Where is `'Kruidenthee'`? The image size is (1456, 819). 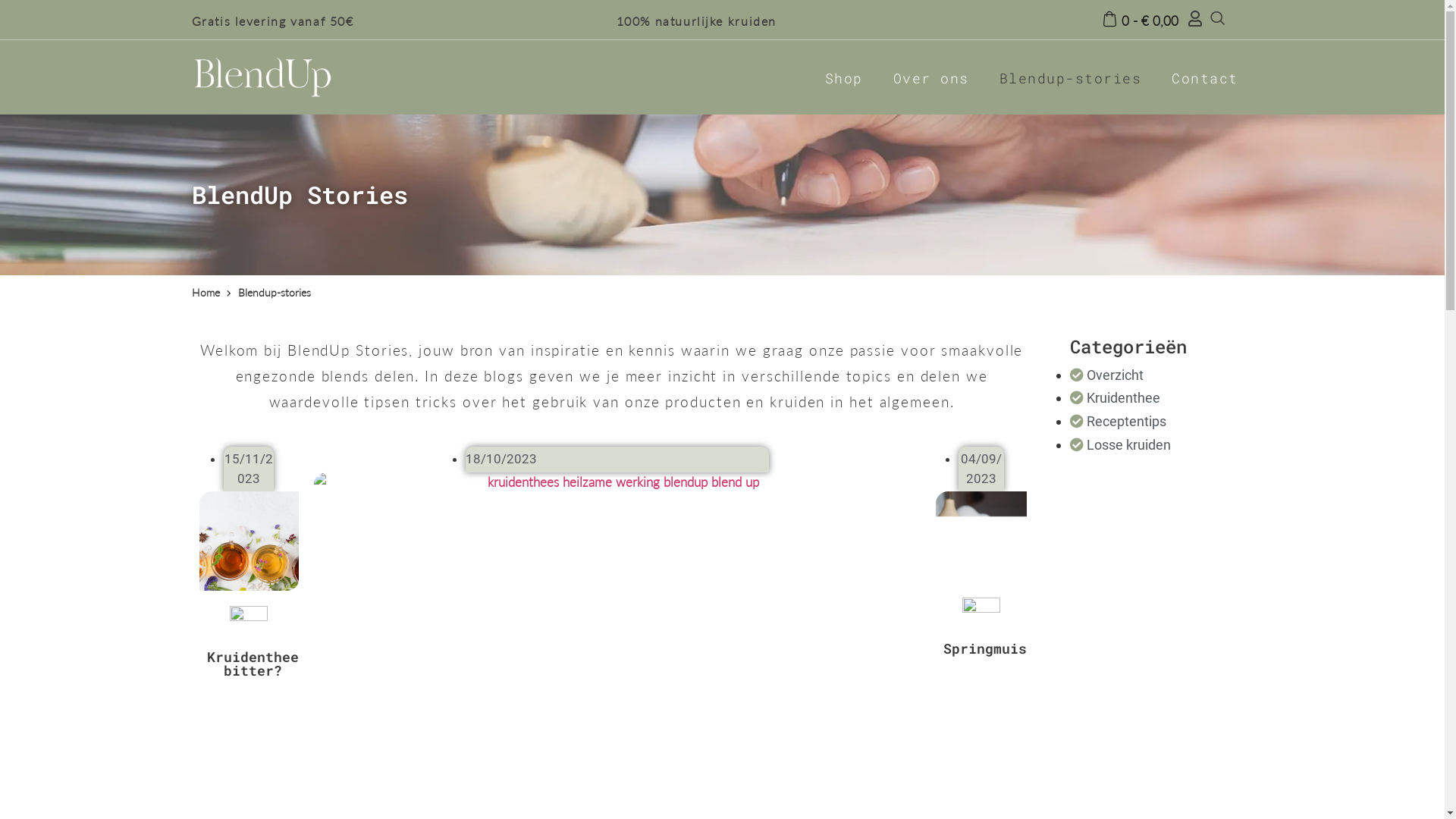
'Kruidenthee' is located at coordinates (1115, 397).